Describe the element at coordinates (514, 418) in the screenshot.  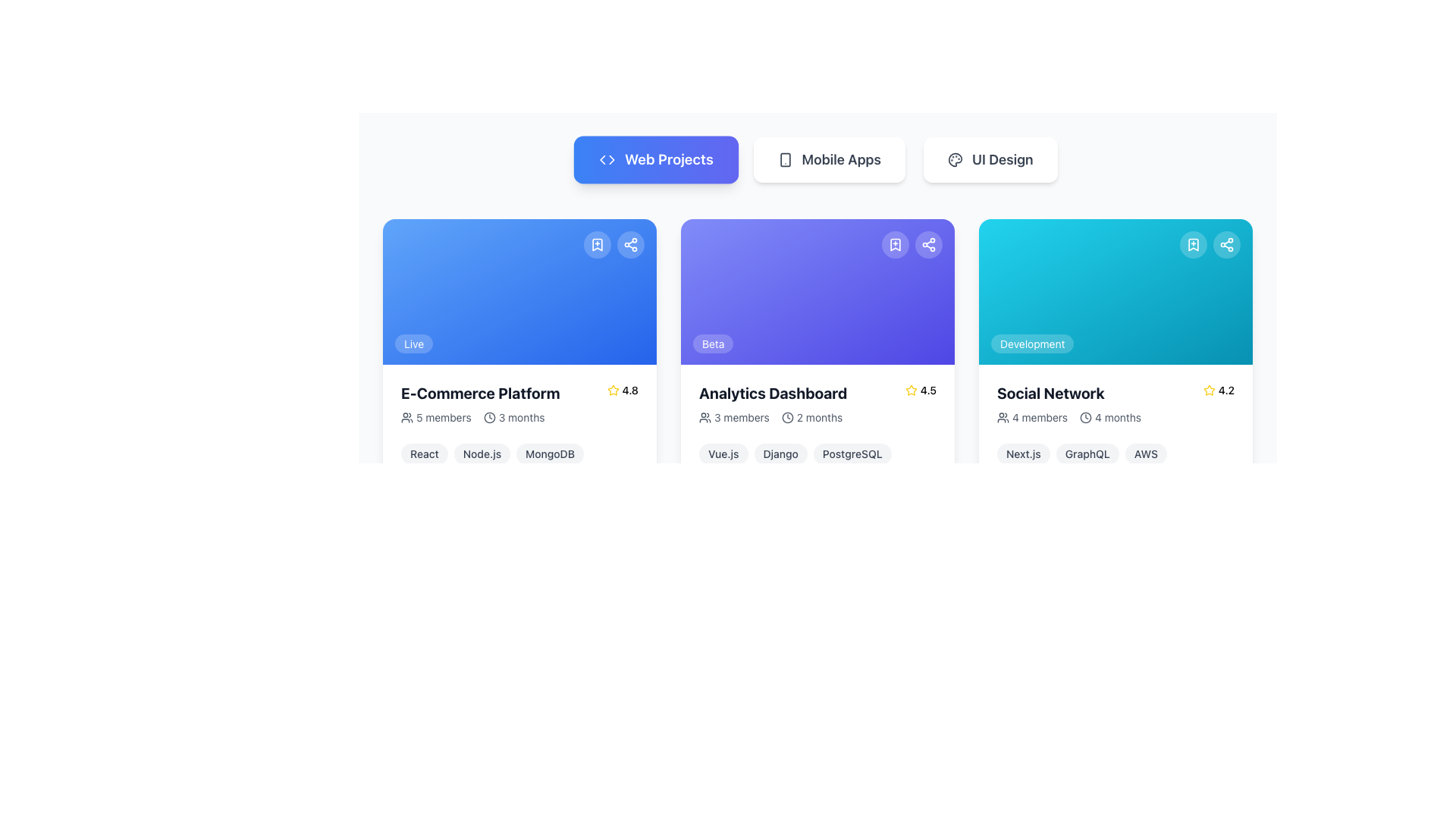
I see `text content of the Label with icon that displays '3 months', which is located in the lower-left quadrant of the 'E-Commerce Platform' card, adjacent to the '5 members' text and icon` at that location.